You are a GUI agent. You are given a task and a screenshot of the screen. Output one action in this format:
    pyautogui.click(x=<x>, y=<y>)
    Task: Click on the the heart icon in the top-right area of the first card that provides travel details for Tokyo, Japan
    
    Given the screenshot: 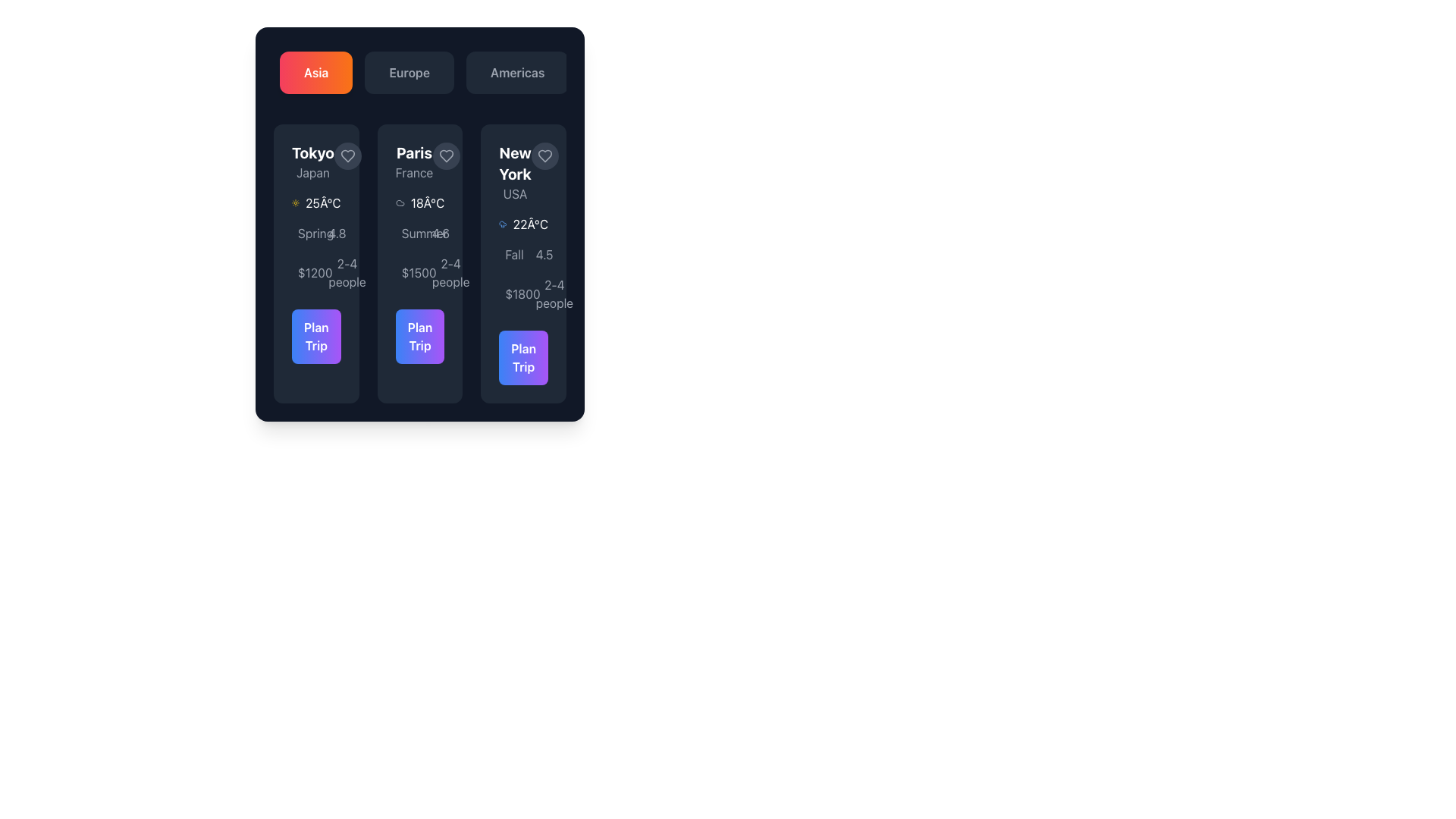 What is the action you would take?
    pyautogui.click(x=347, y=155)
    